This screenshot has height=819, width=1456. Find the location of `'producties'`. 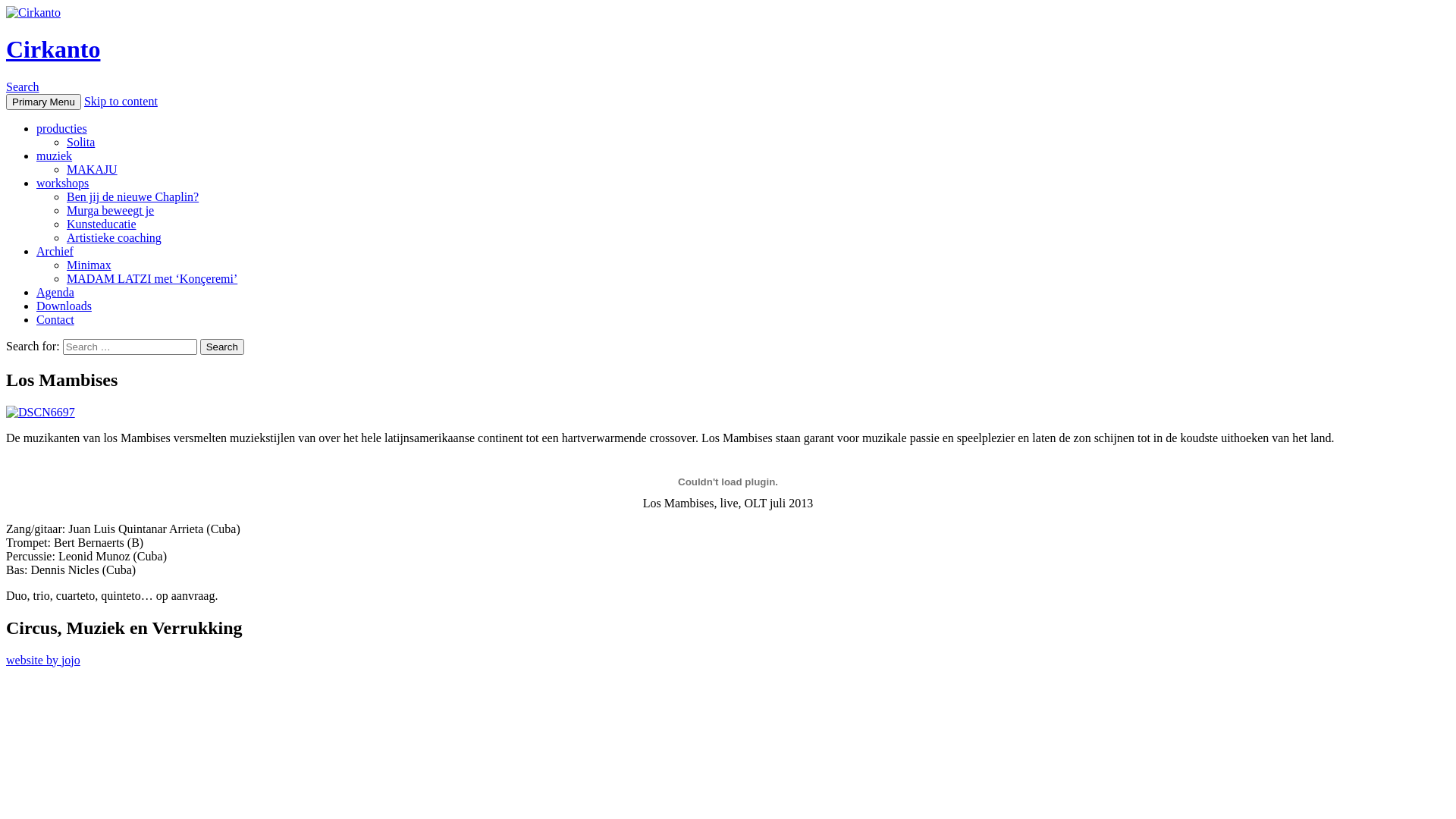

'producties' is located at coordinates (36, 127).